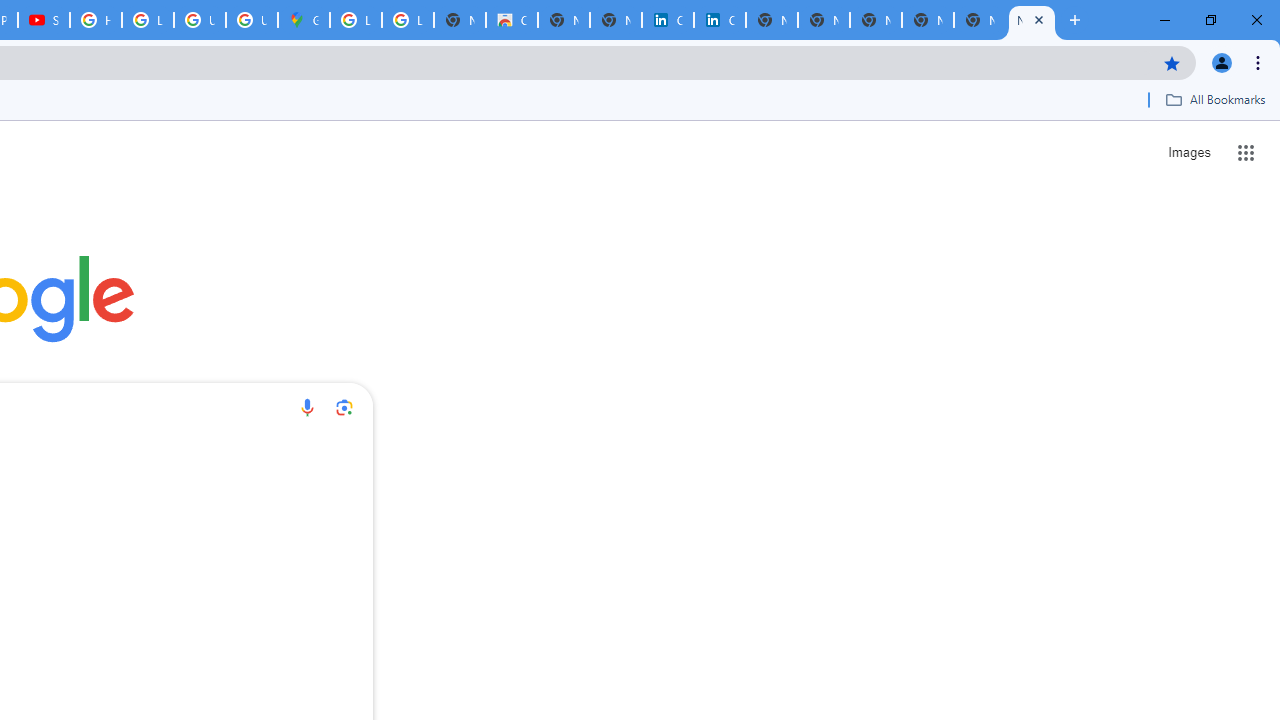 Image resolution: width=1280 pixels, height=720 pixels. I want to click on 'How Chrome protects your passwords - Google Chrome Help', so click(95, 20).